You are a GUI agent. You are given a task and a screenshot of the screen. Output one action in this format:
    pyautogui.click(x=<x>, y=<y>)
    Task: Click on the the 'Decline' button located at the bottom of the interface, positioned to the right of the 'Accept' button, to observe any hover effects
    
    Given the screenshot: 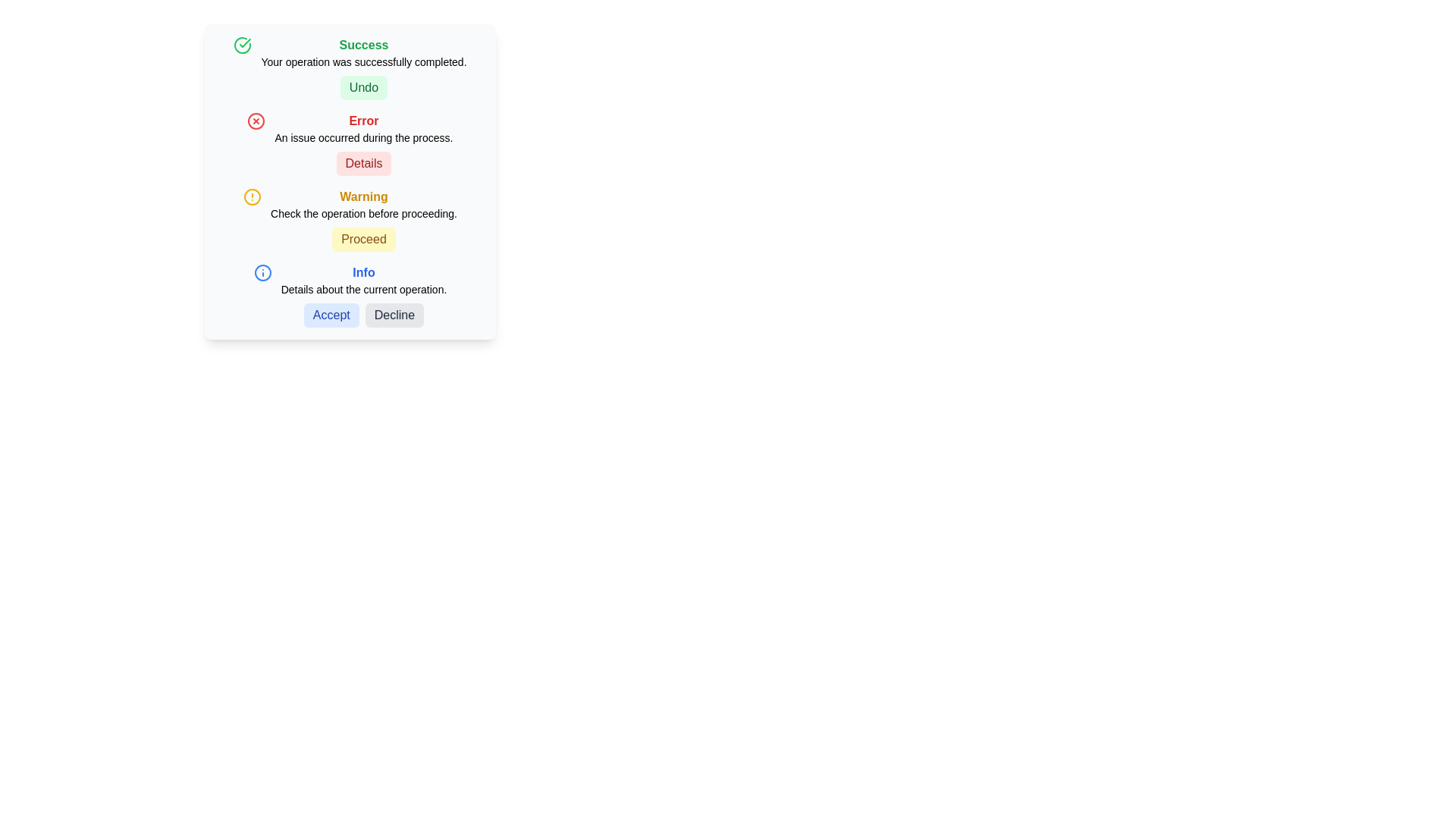 What is the action you would take?
    pyautogui.click(x=394, y=315)
    